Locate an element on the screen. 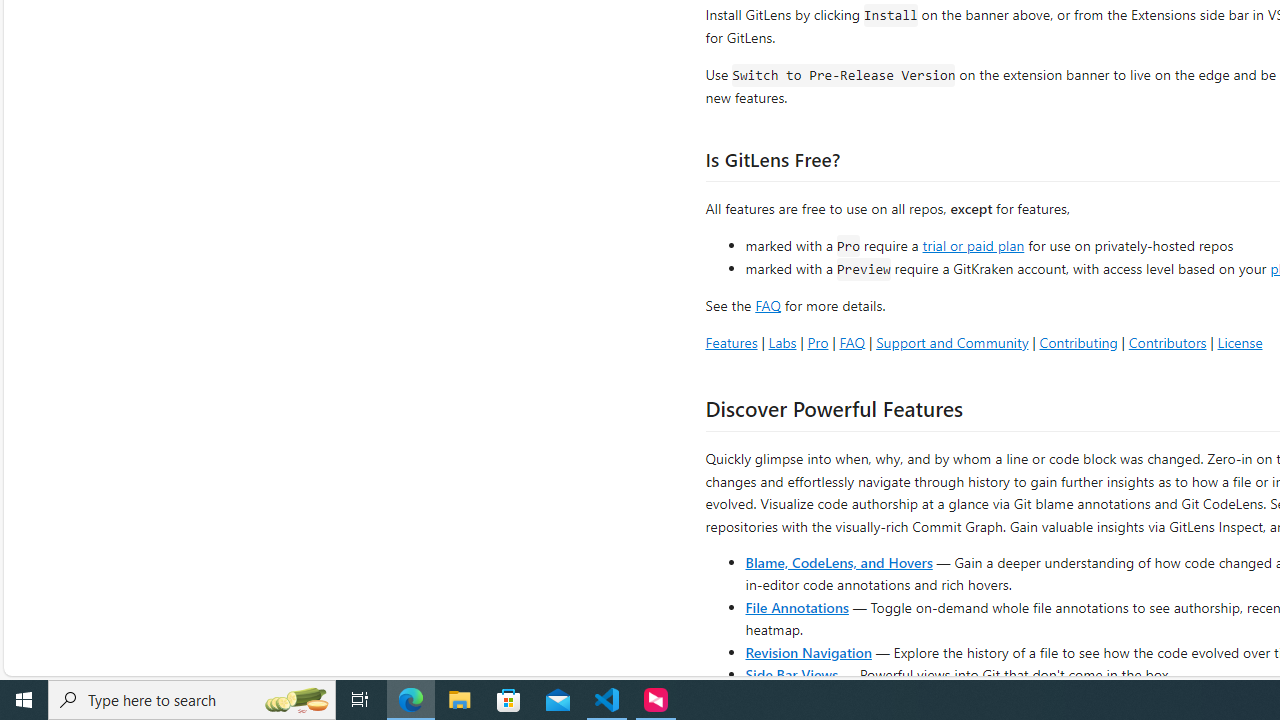  'Side Bar Views' is located at coordinates (790, 673).